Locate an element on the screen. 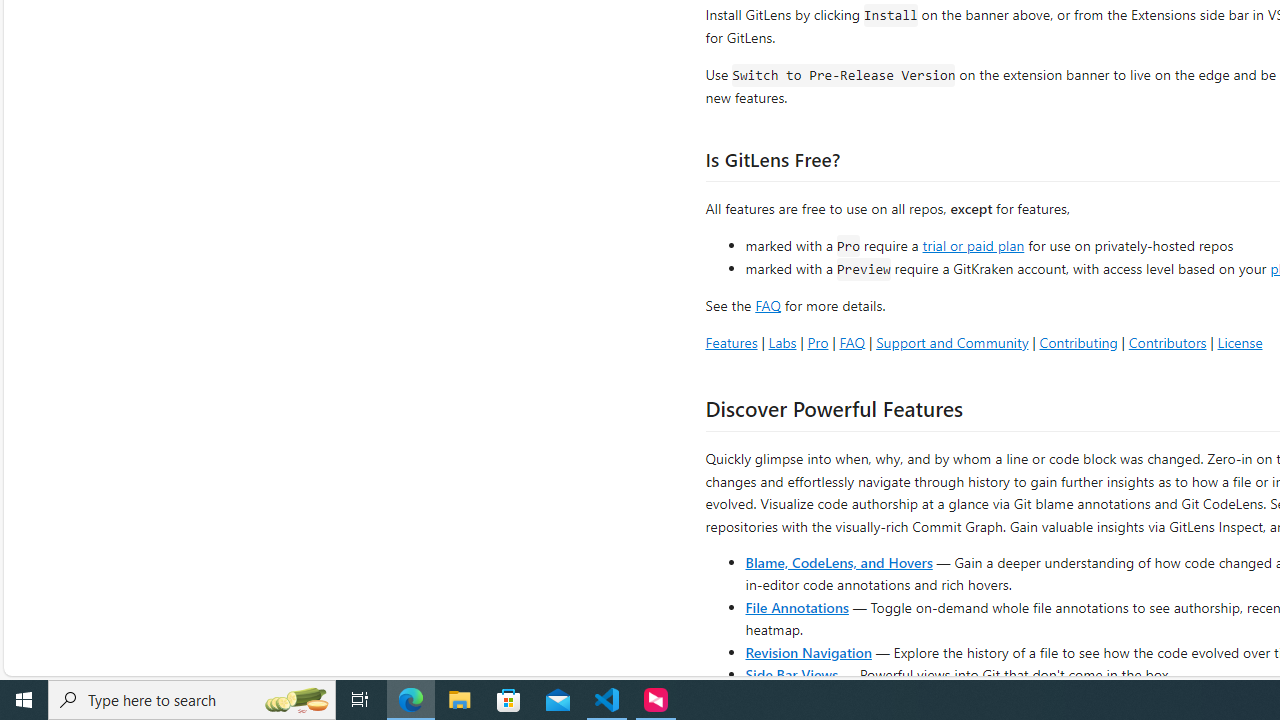  'Side Bar Views' is located at coordinates (790, 673).